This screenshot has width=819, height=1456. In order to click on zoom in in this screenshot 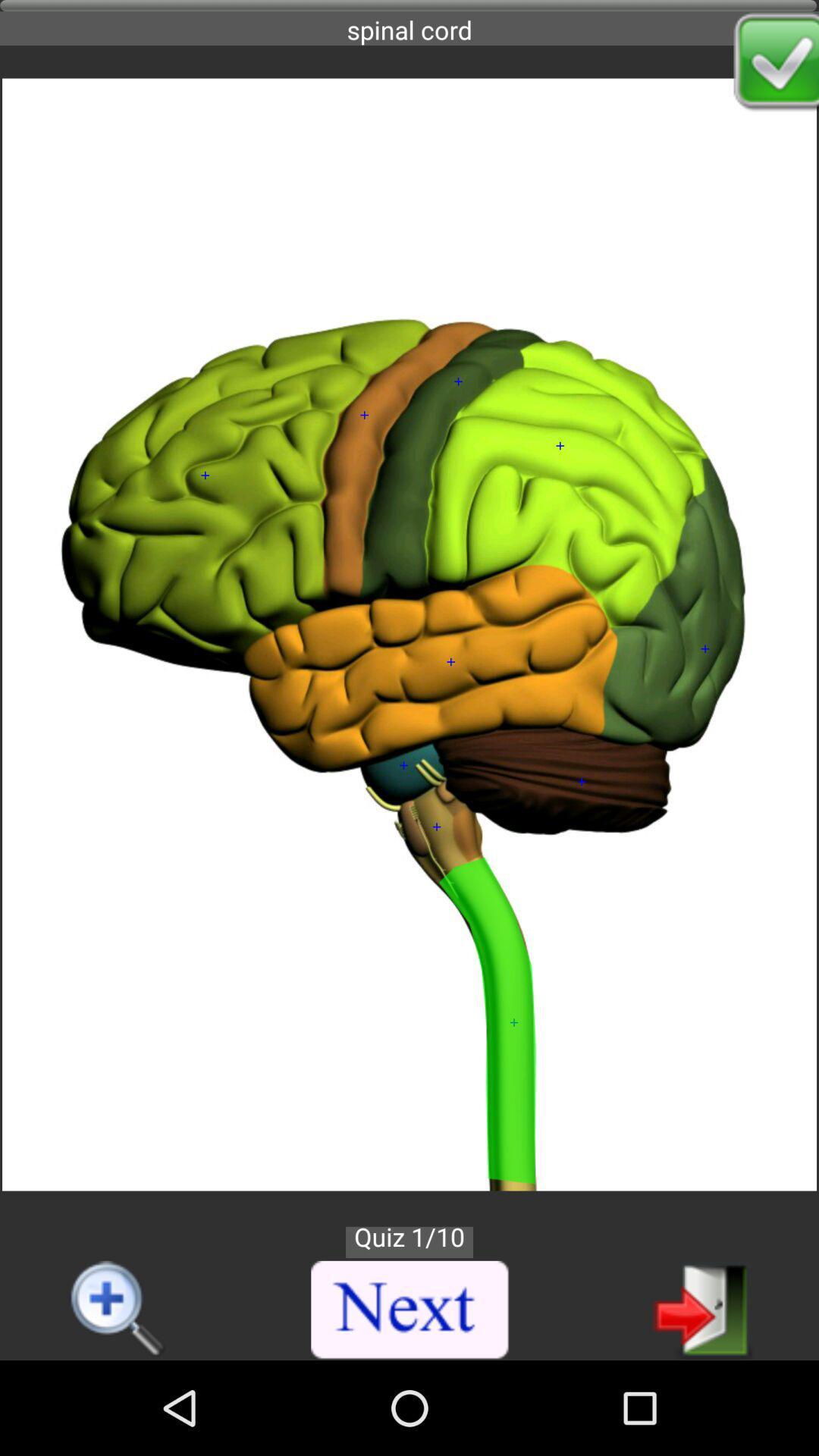, I will do `click(118, 1310)`.